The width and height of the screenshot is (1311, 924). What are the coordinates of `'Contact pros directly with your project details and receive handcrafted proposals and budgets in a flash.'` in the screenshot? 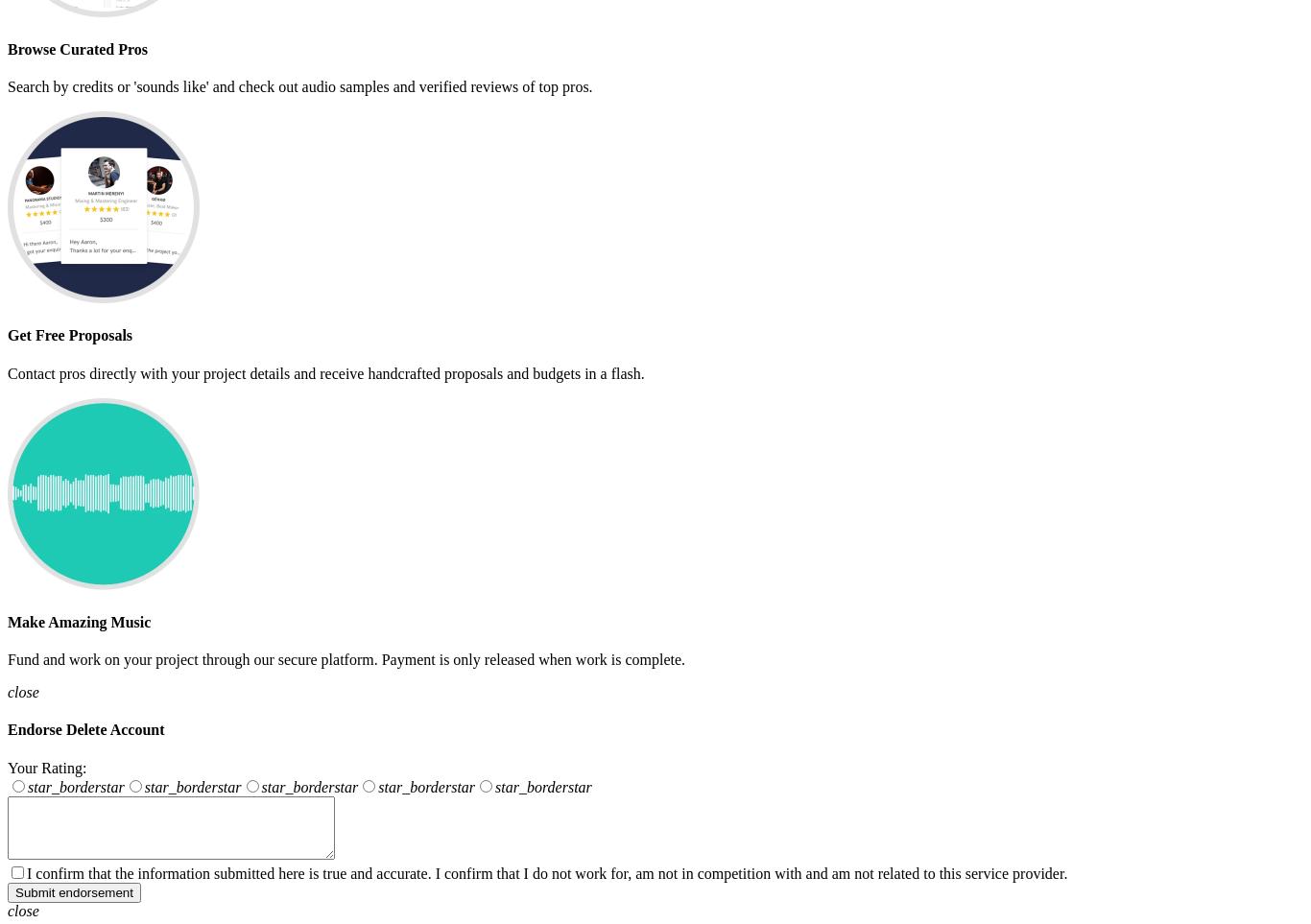 It's located at (325, 371).